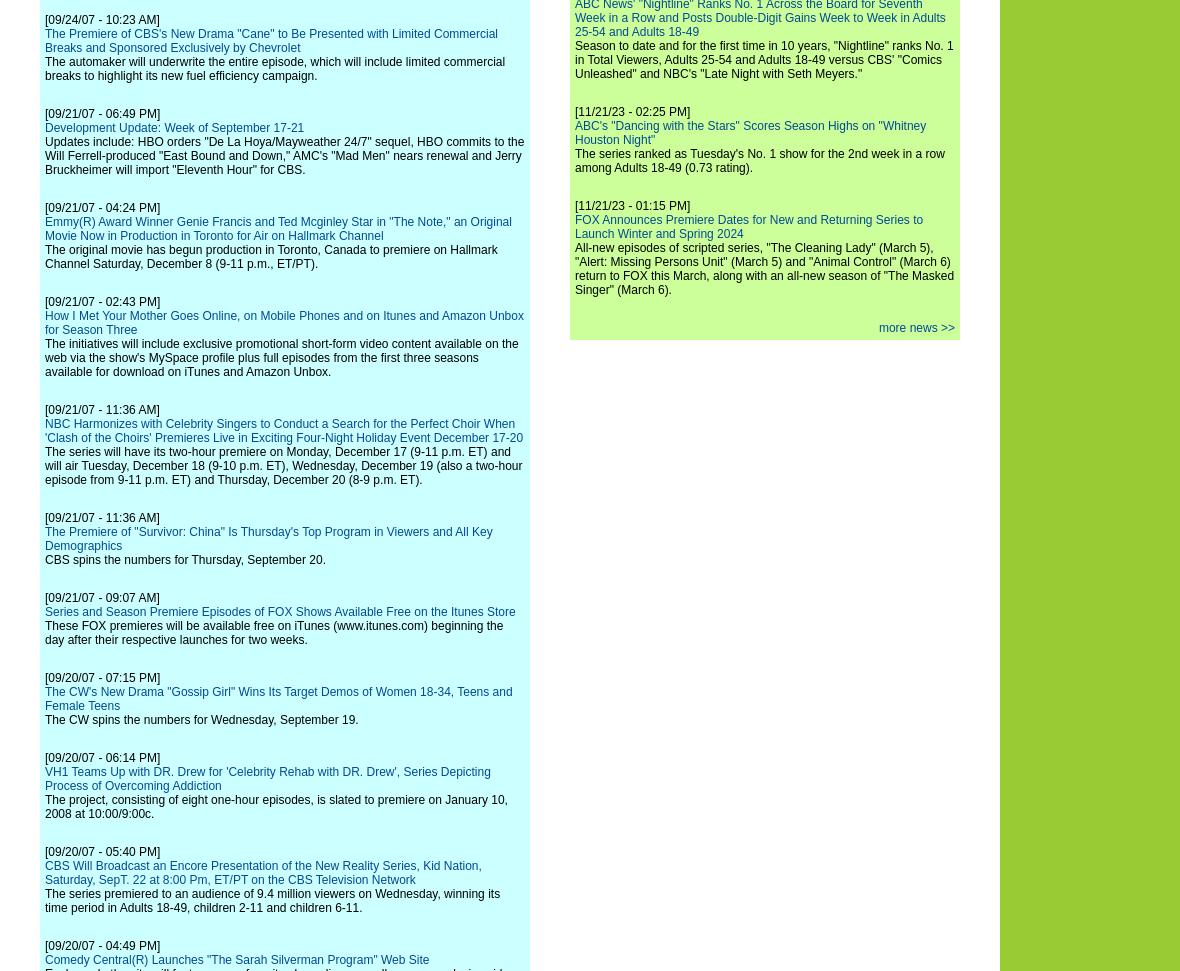 Image resolution: width=1180 pixels, height=971 pixels. Describe the element at coordinates (764, 59) in the screenshot. I see `'Season to date and for the first time in 10 years, "Nightline" ranks No. 1 in Total Viewers, Adults 25-54 and Adults 18-49 versus CBS' "Comics Unleashed" and NBC's "Late Night with Seth Meyers."'` at that location.